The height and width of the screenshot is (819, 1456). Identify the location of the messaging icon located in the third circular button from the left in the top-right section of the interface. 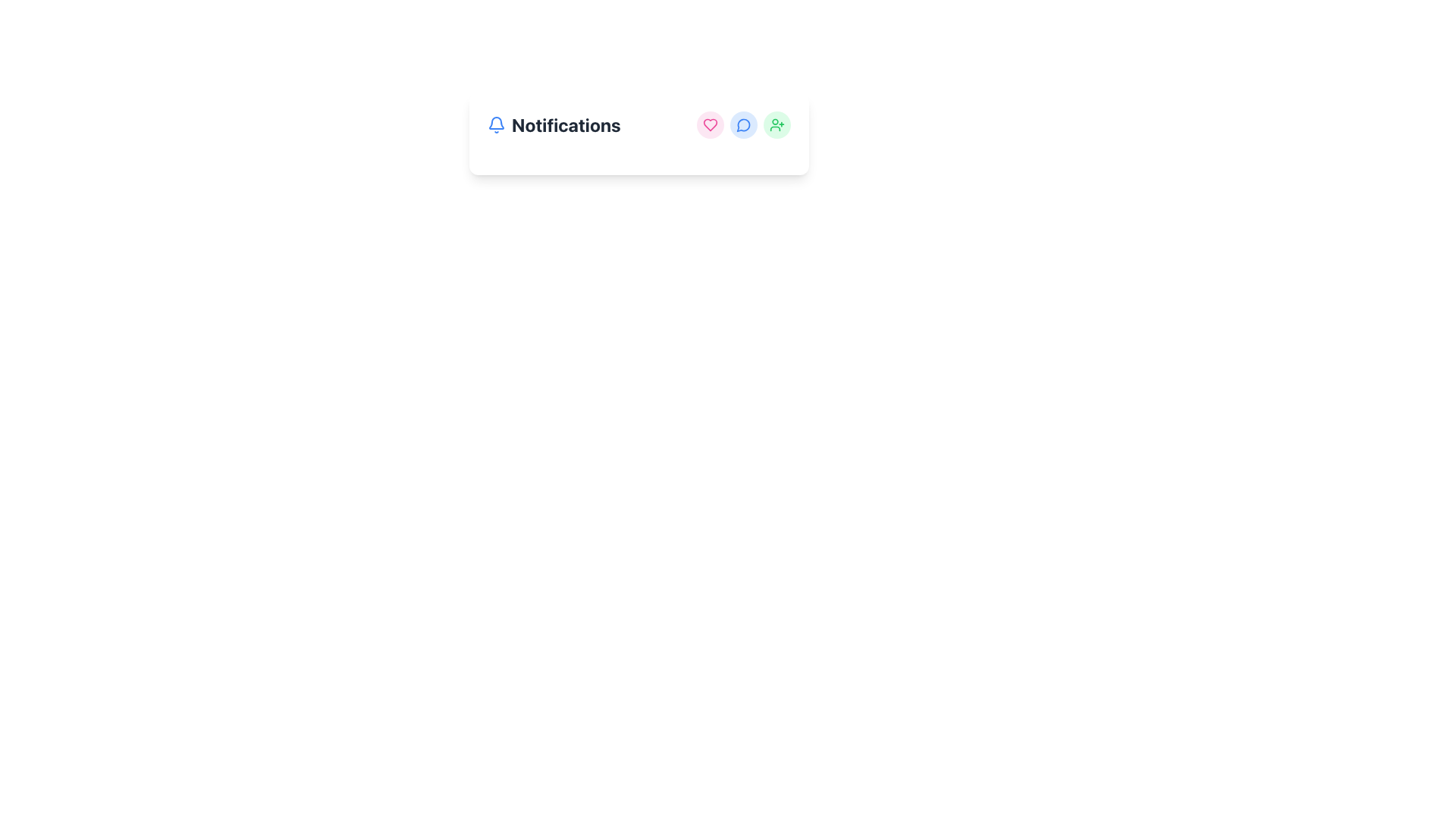
(743, 124).